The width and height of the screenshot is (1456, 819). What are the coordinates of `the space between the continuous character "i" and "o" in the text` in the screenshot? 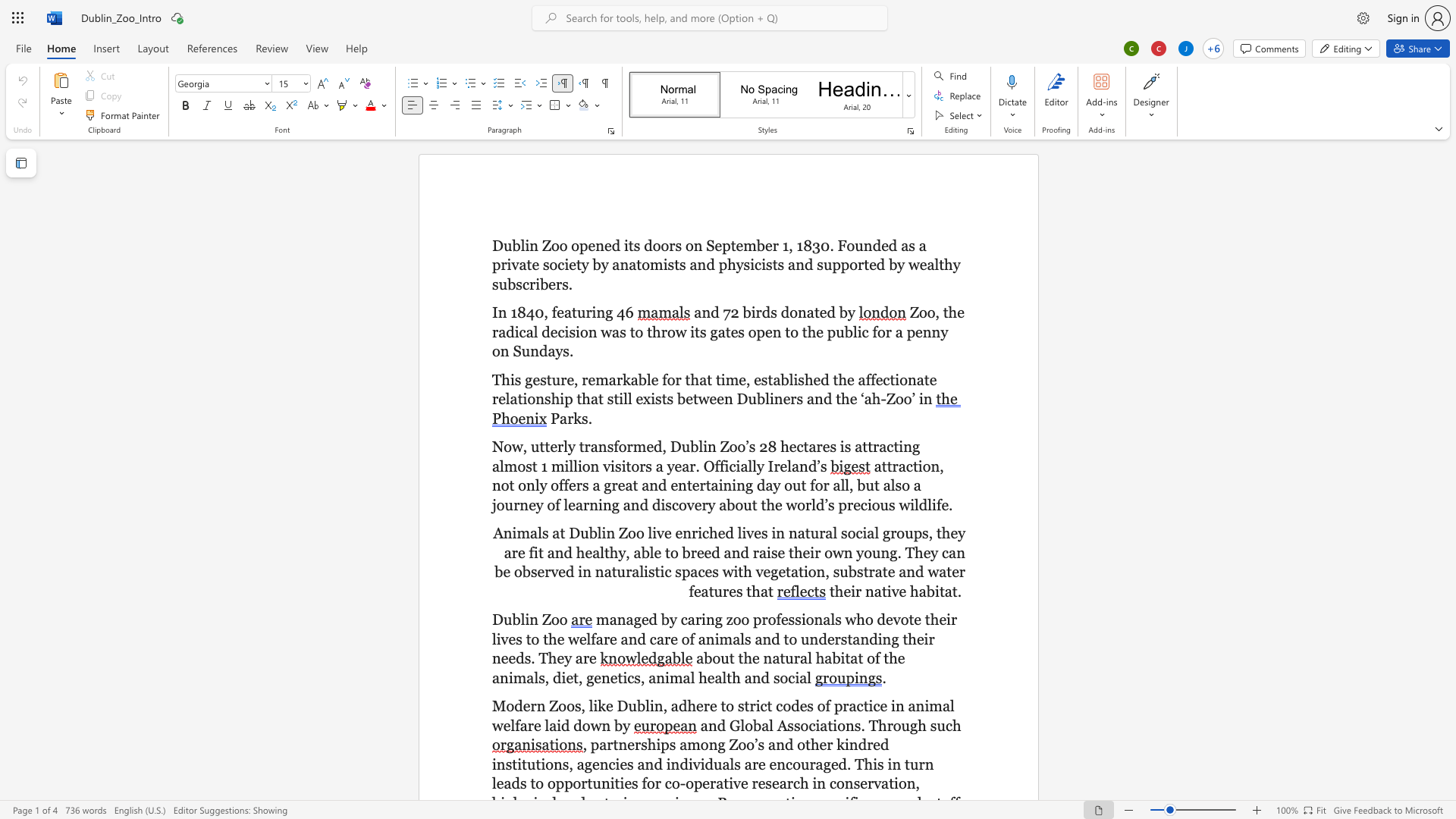 It's located at (837, 724).